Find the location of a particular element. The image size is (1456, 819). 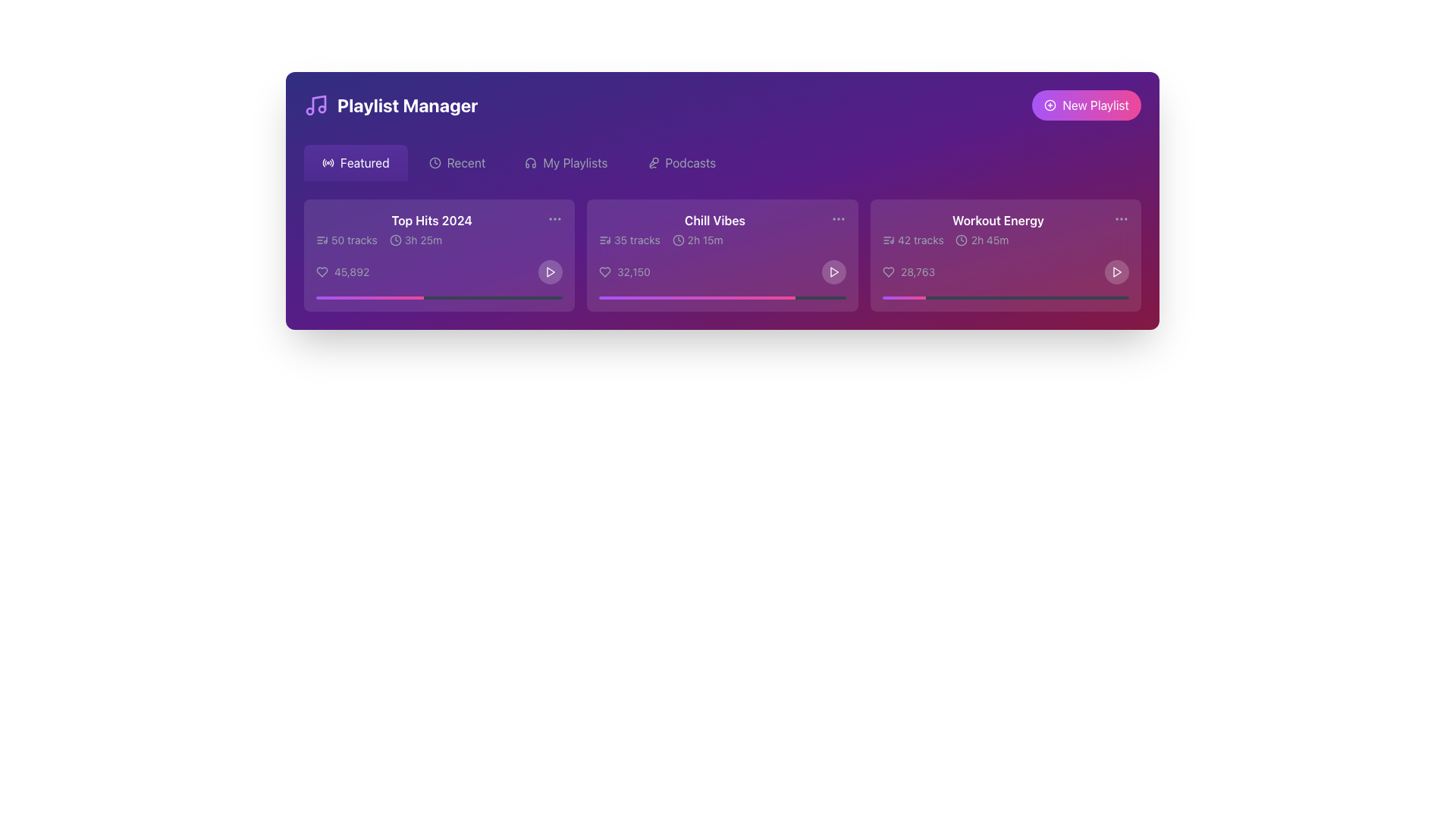

the visual feedback by hovering over the circular icon that represents adding a new playlist, located to the left of the 'New Playlist' button in the top-right corner of the interface is located at coordinates (1050, 104).